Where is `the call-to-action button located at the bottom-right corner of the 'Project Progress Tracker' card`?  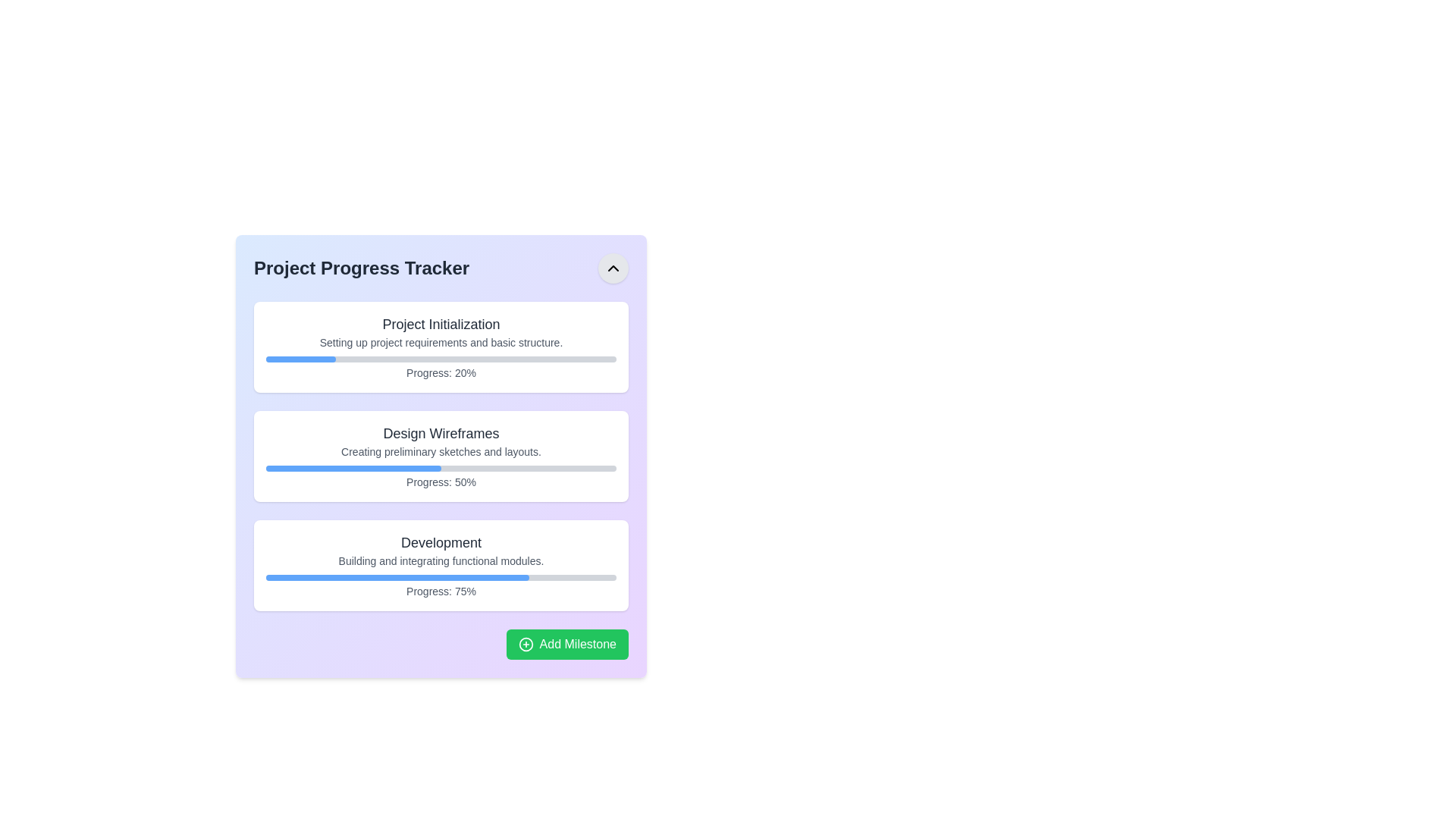 the call-to-action button located at the bottom-right corner of the 'Project Progress Tracker' card is located at coordinates (440, 644).